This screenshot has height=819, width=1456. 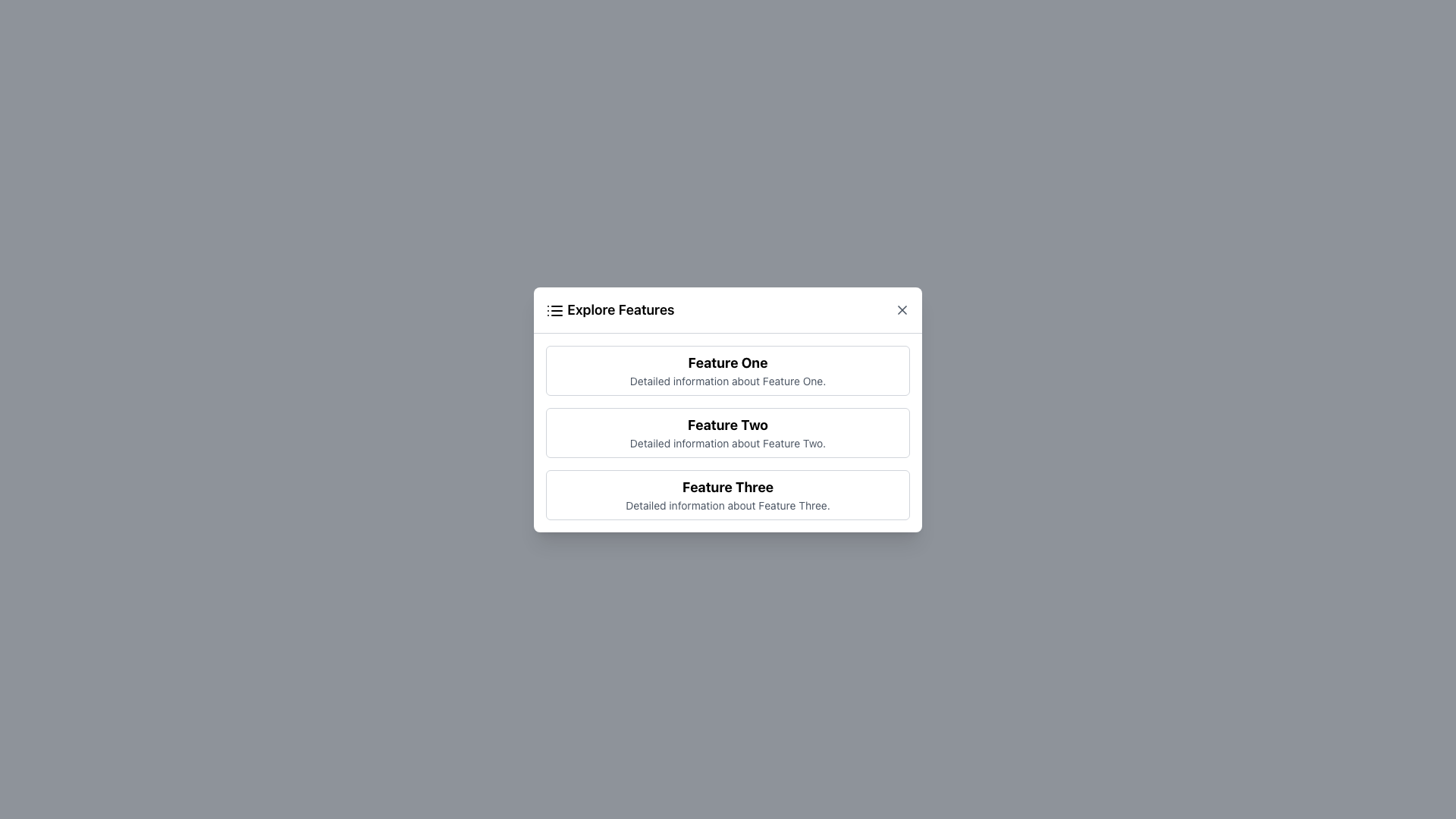 What do you see at coordinates (902, 309) in the screenshot?
I see `the 'X' shaped icon located at the top-right corner of the modal dialog box, which is part of an SVG image` at bounding box center [902, 309].